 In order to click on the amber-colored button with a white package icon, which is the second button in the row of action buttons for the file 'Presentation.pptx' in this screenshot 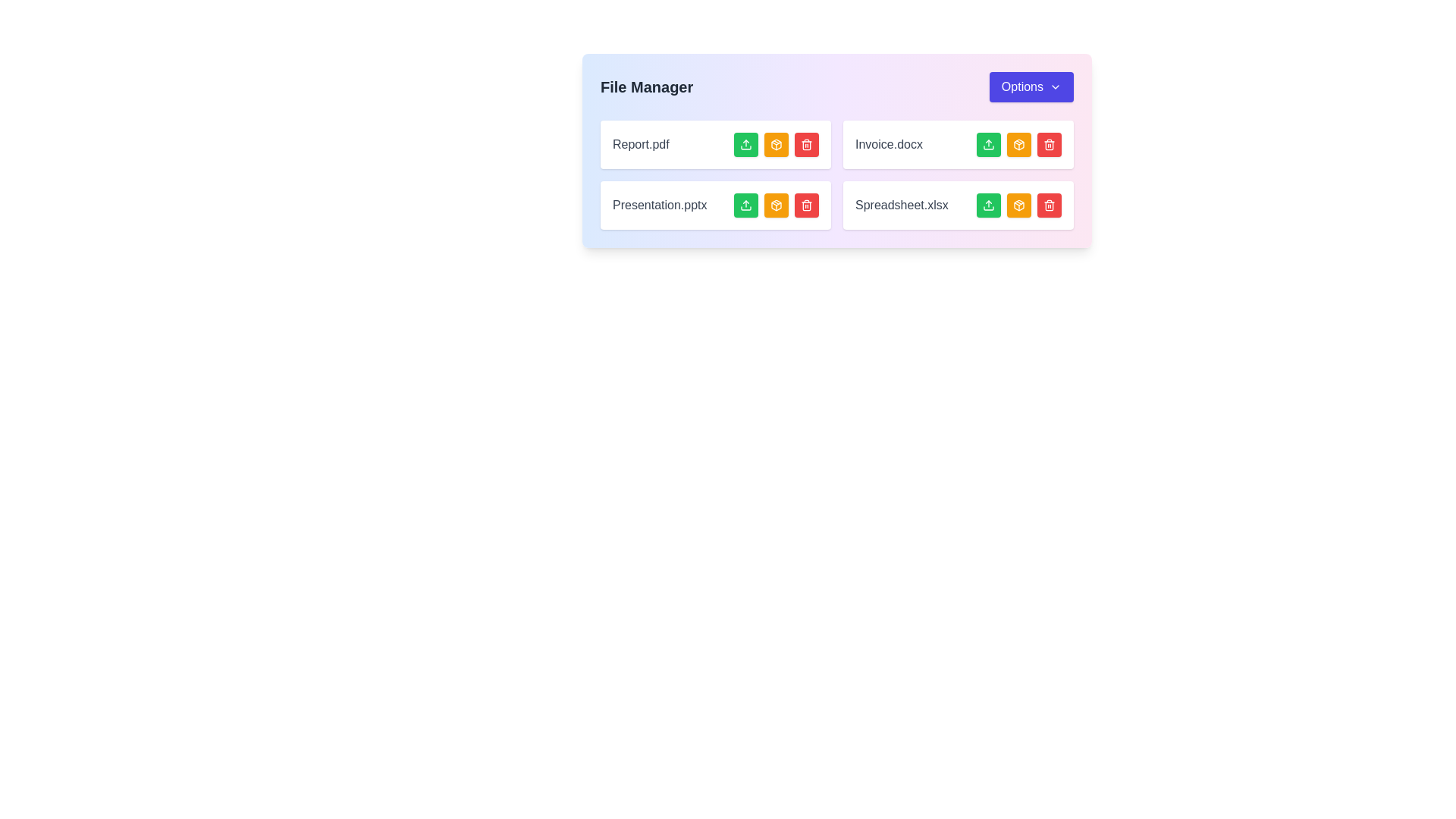, I will do `click(776, 205)`.